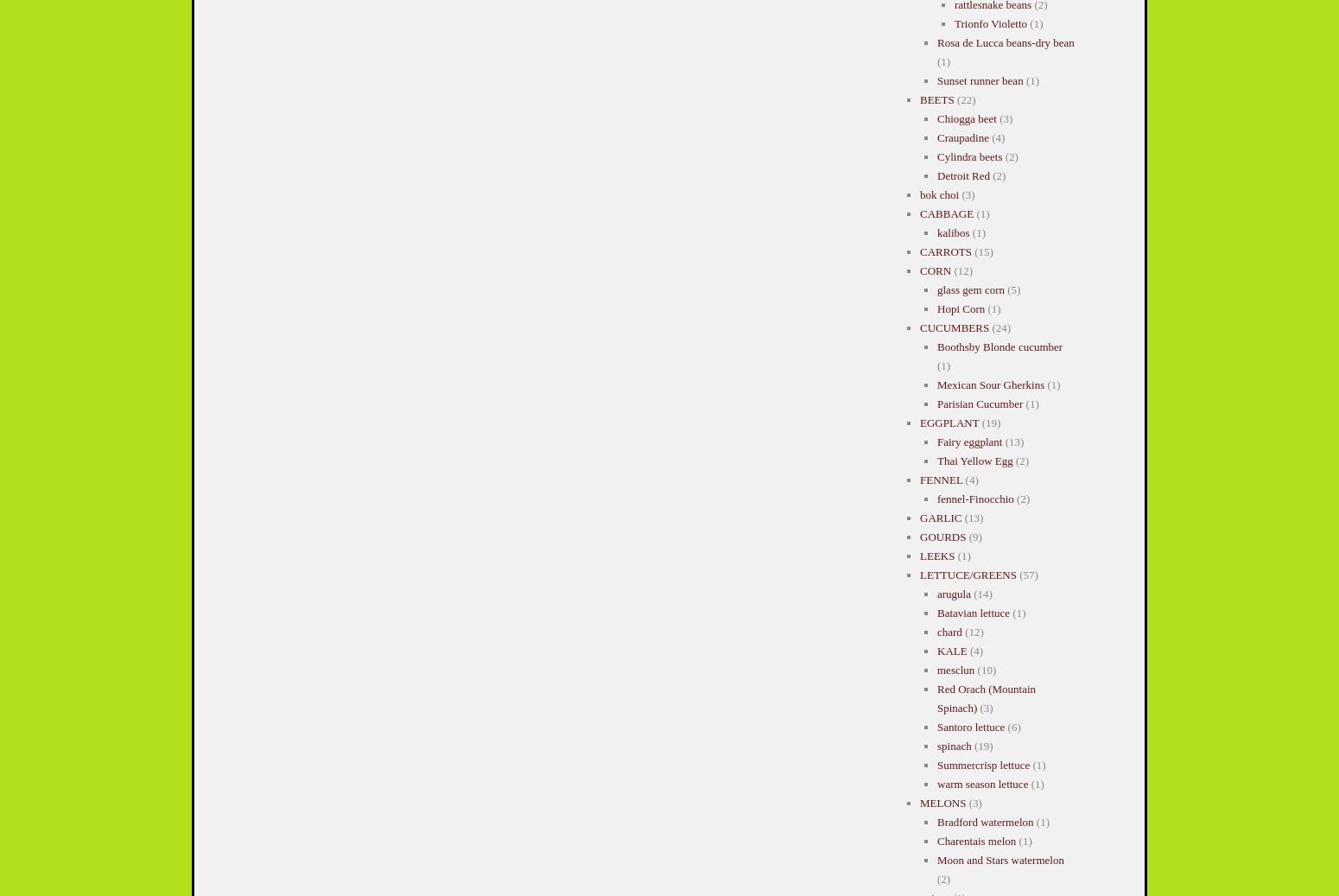  What do you see at coordinates (967, 575) in the screenshot?
I see `'LETTUCE/GREENS'` at bounding box center [967, 575].